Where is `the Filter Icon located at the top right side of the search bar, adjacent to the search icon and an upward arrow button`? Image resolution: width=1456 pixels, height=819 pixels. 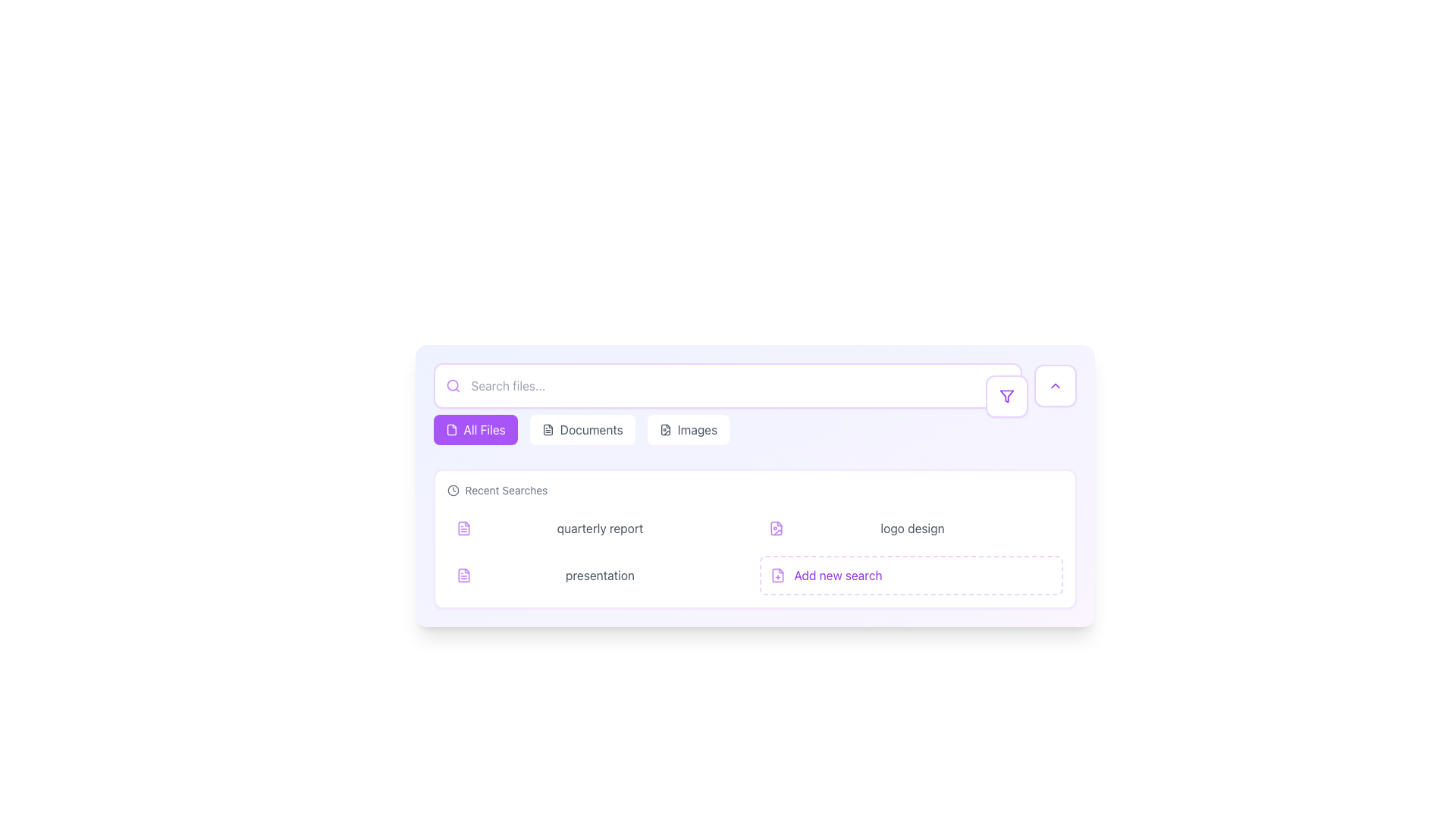 the Filter Icon located at the top right side of the search bar, adjacent to the search icon and an upward arrow button is located at coordinates (1006, 396).